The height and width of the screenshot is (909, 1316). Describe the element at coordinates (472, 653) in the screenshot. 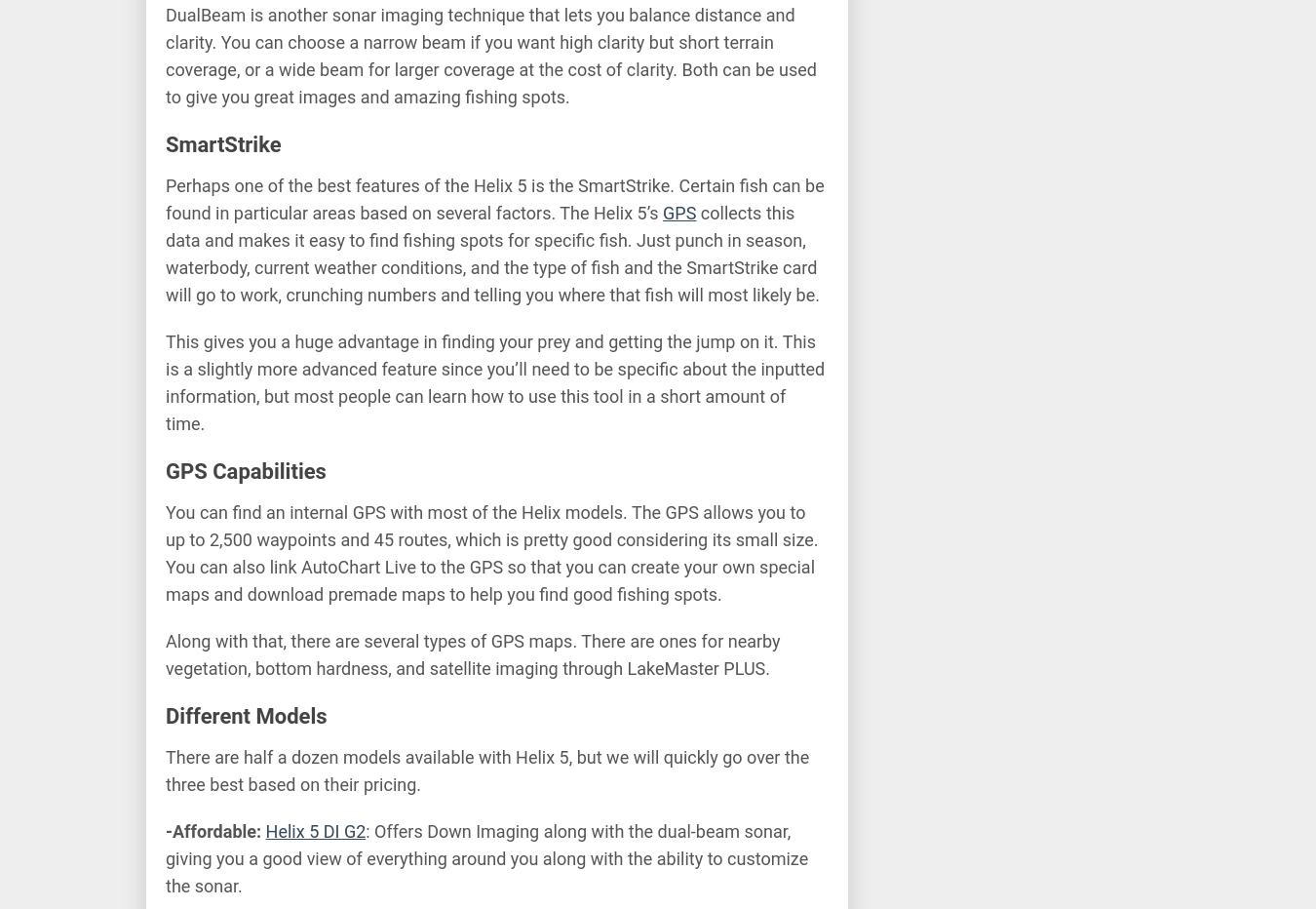

I see `'Along with that, there are several types of GPS maps. There are ones for nearby vegetation, bottom hardness, and satellite imaging through LakeMaster PLUS.'` at that location.